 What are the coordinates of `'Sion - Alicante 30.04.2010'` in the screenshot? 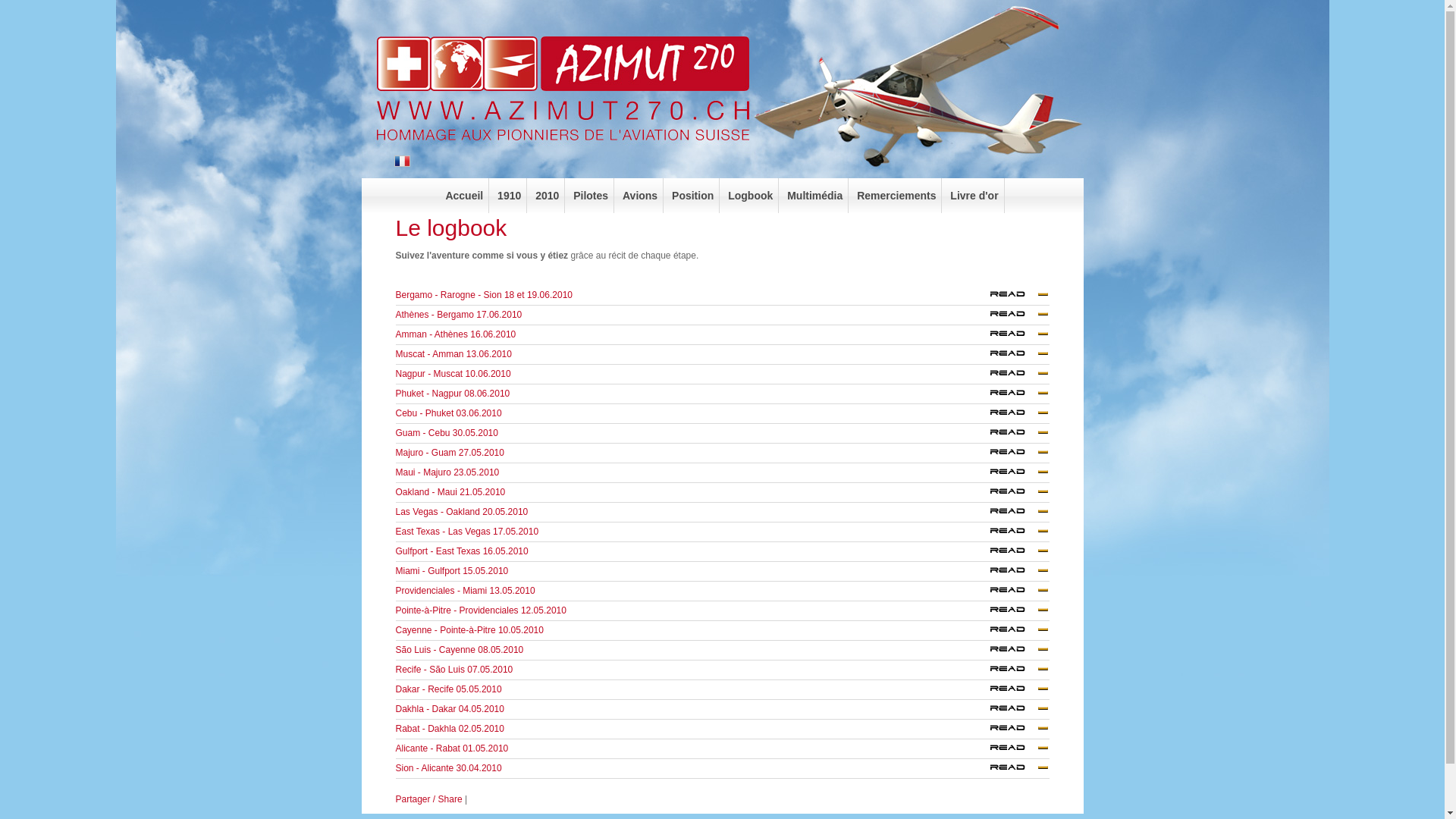 It's located at (1015, 771).